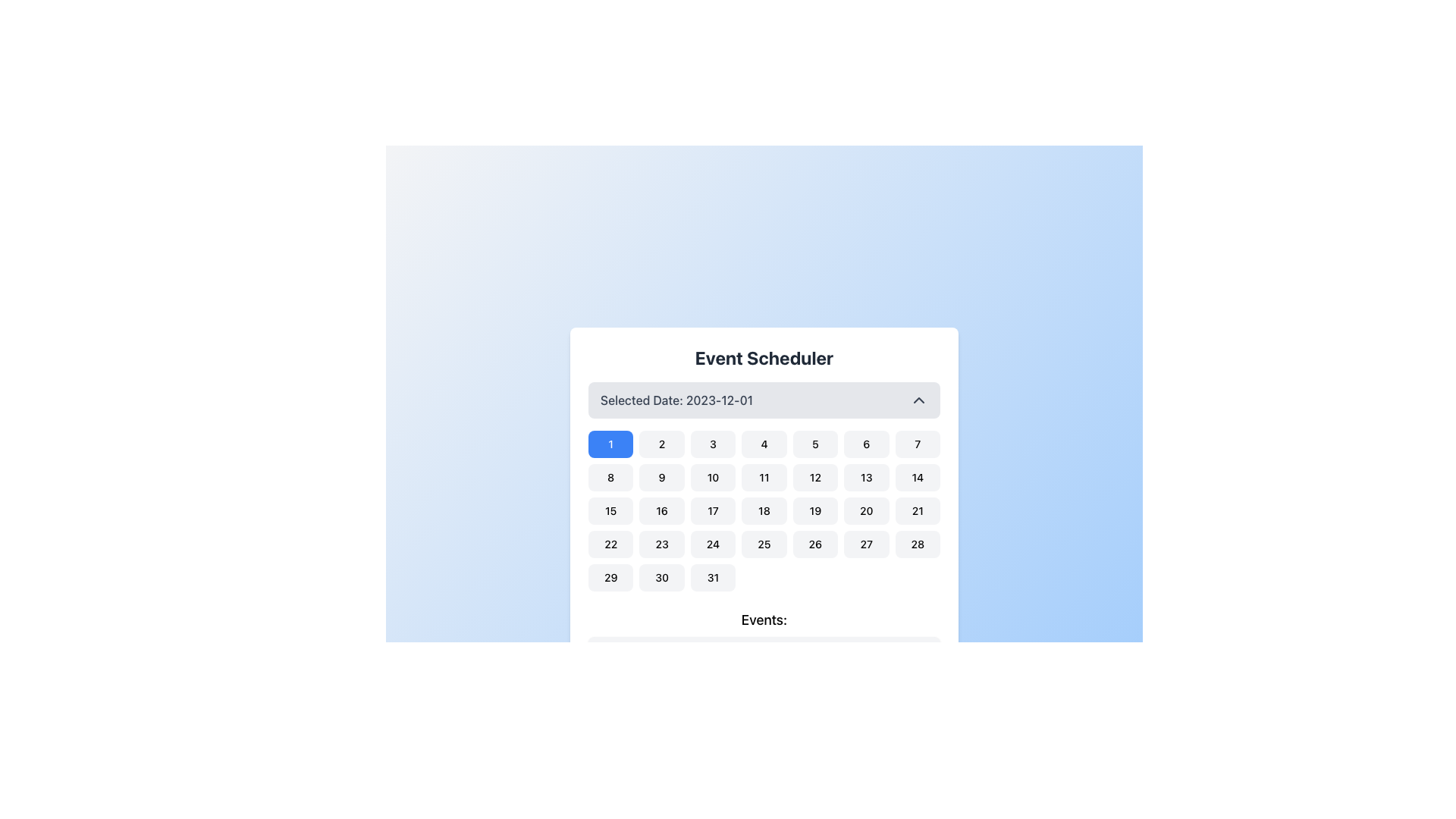 The image size is (1456, 819). What do you see at coordinates (712, 578) in the screenshot?
I see `the rounded rectangular button with a light gray background and the bold number '31' centered` at bounding box center [712, 578].